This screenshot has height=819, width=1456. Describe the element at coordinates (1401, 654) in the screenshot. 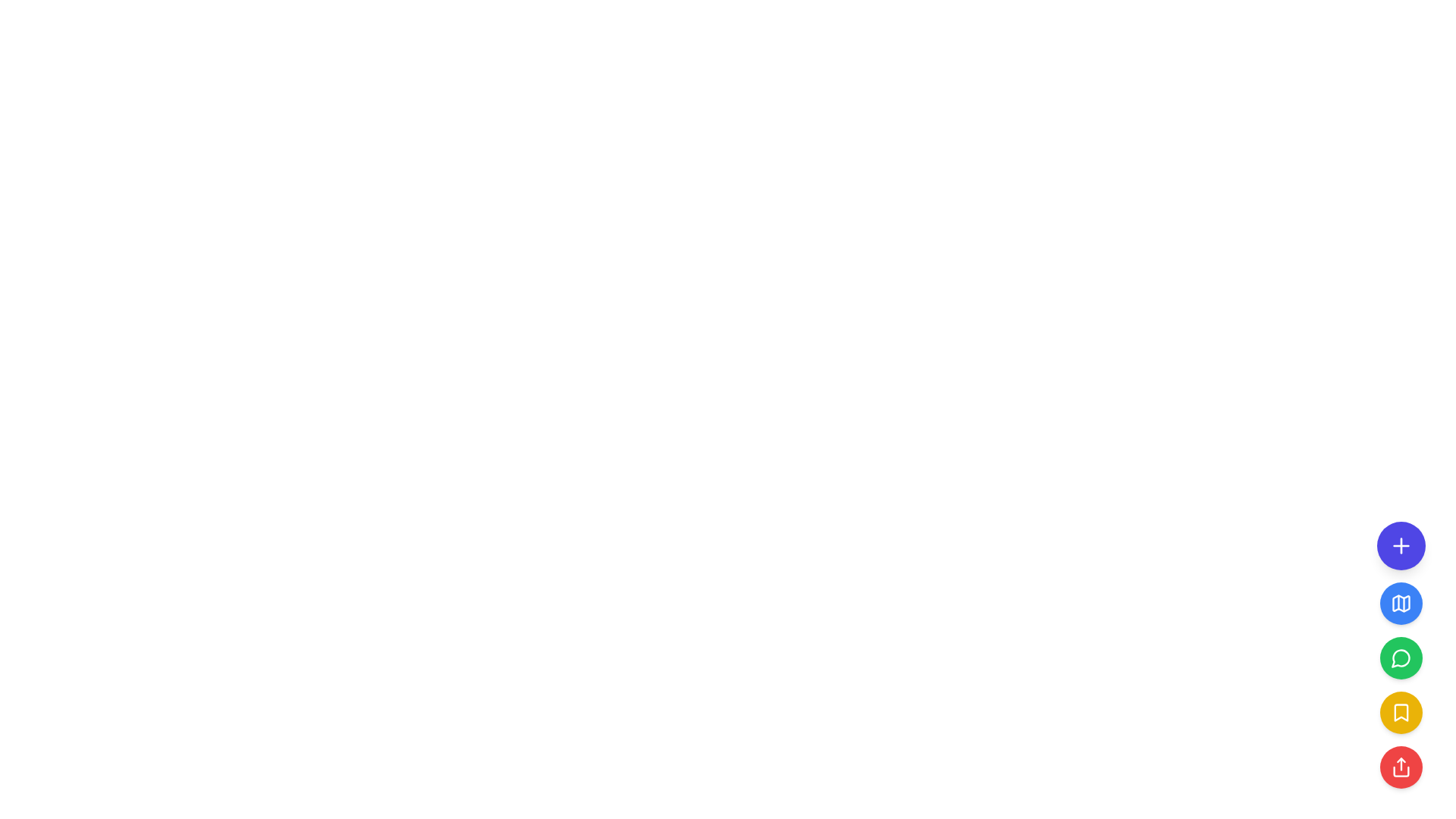

I see `the green circular button with a white chat bubble icon located at the bottom right corner of the interface, positioned between a blue map button and a yellow bookmark button` at that location.